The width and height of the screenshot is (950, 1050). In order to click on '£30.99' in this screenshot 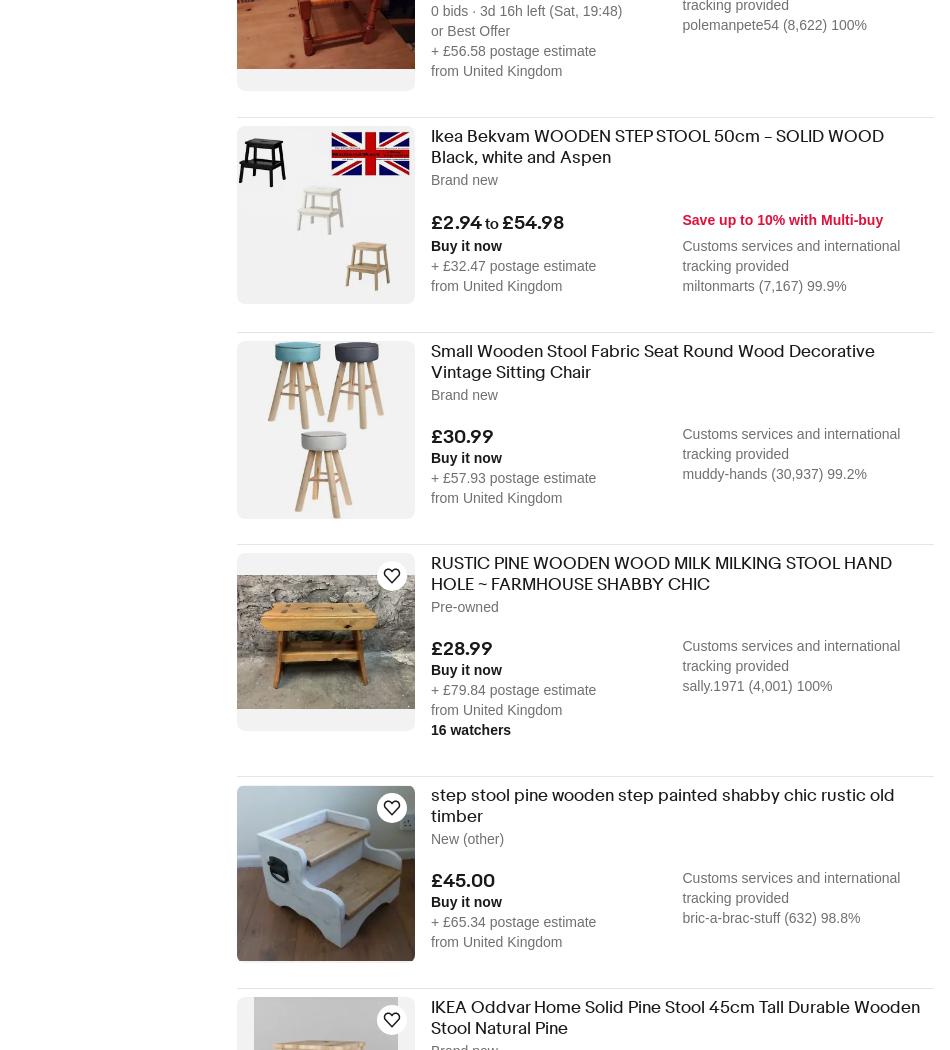, I will do `click(461, 434)`.